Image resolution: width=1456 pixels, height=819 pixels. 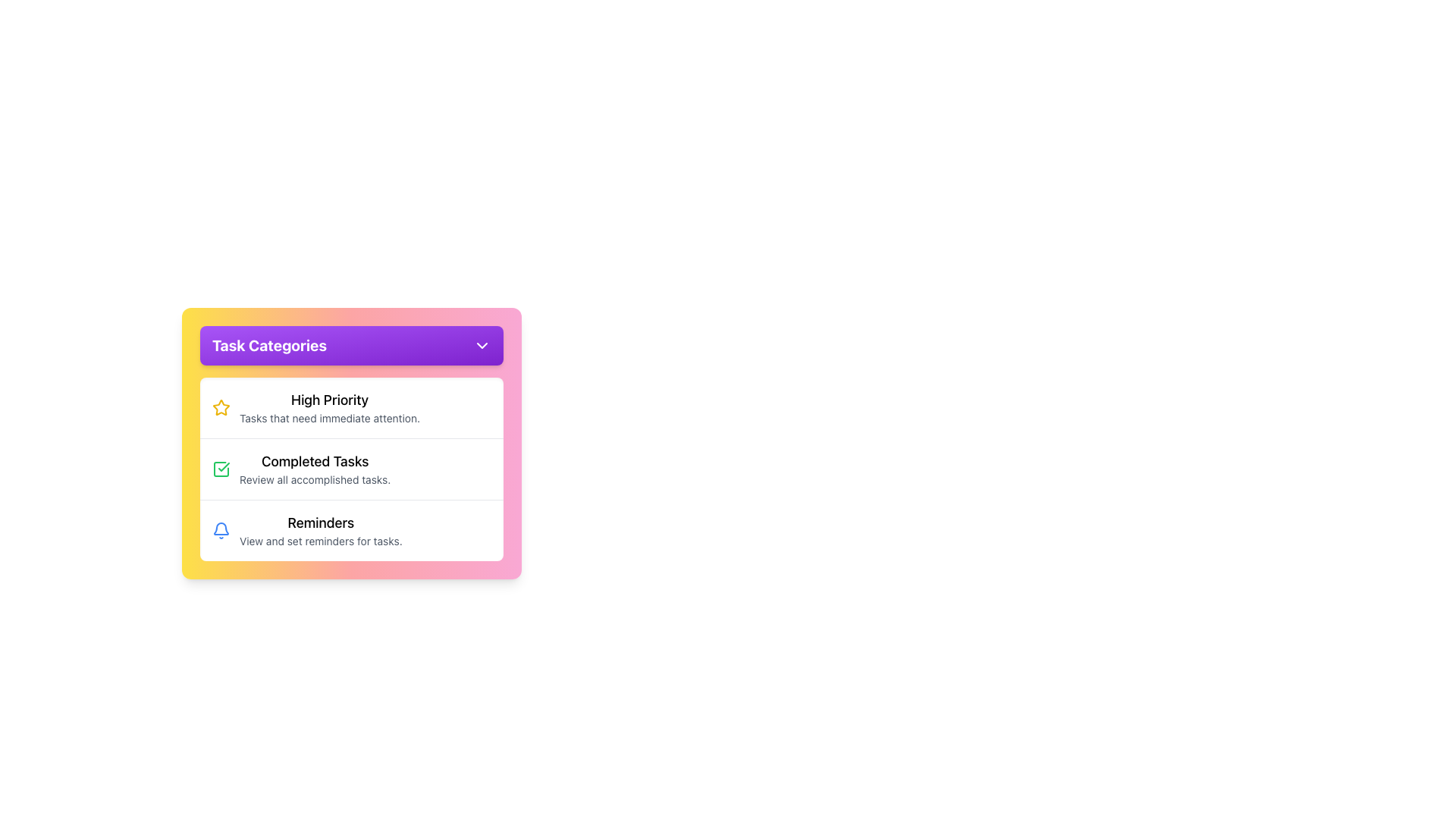 What do you see at coordinates (329, 418) in the screenshot?
I see `the descriptive text located directly below the 'High Priority' label in the 'Task Categories' section of the card-like structure` at bounding box center [329, 418].